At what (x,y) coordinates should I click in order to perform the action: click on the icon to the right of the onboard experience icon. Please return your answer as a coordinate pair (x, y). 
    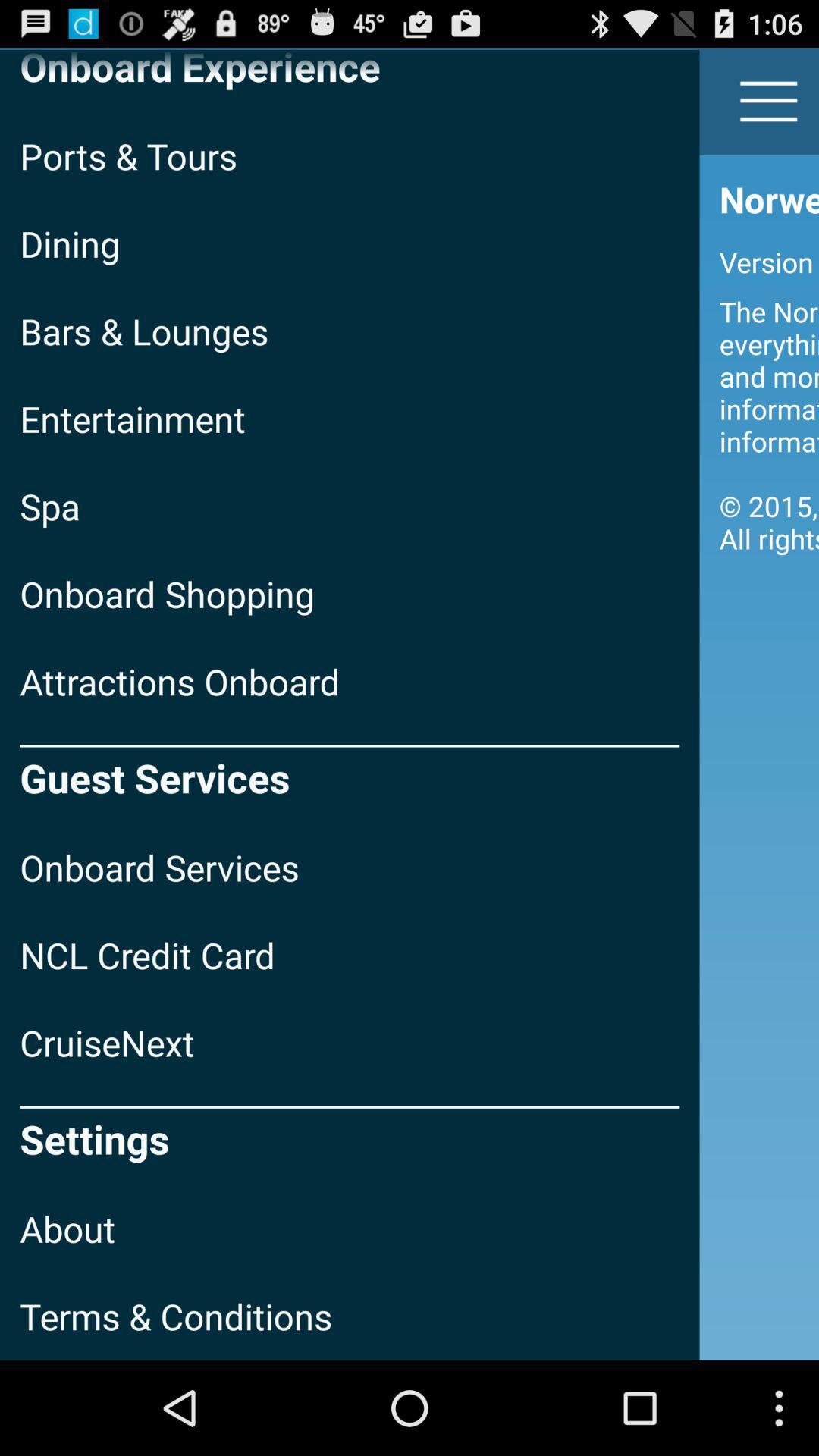
    Looking at the image, I should click on (769, 100).